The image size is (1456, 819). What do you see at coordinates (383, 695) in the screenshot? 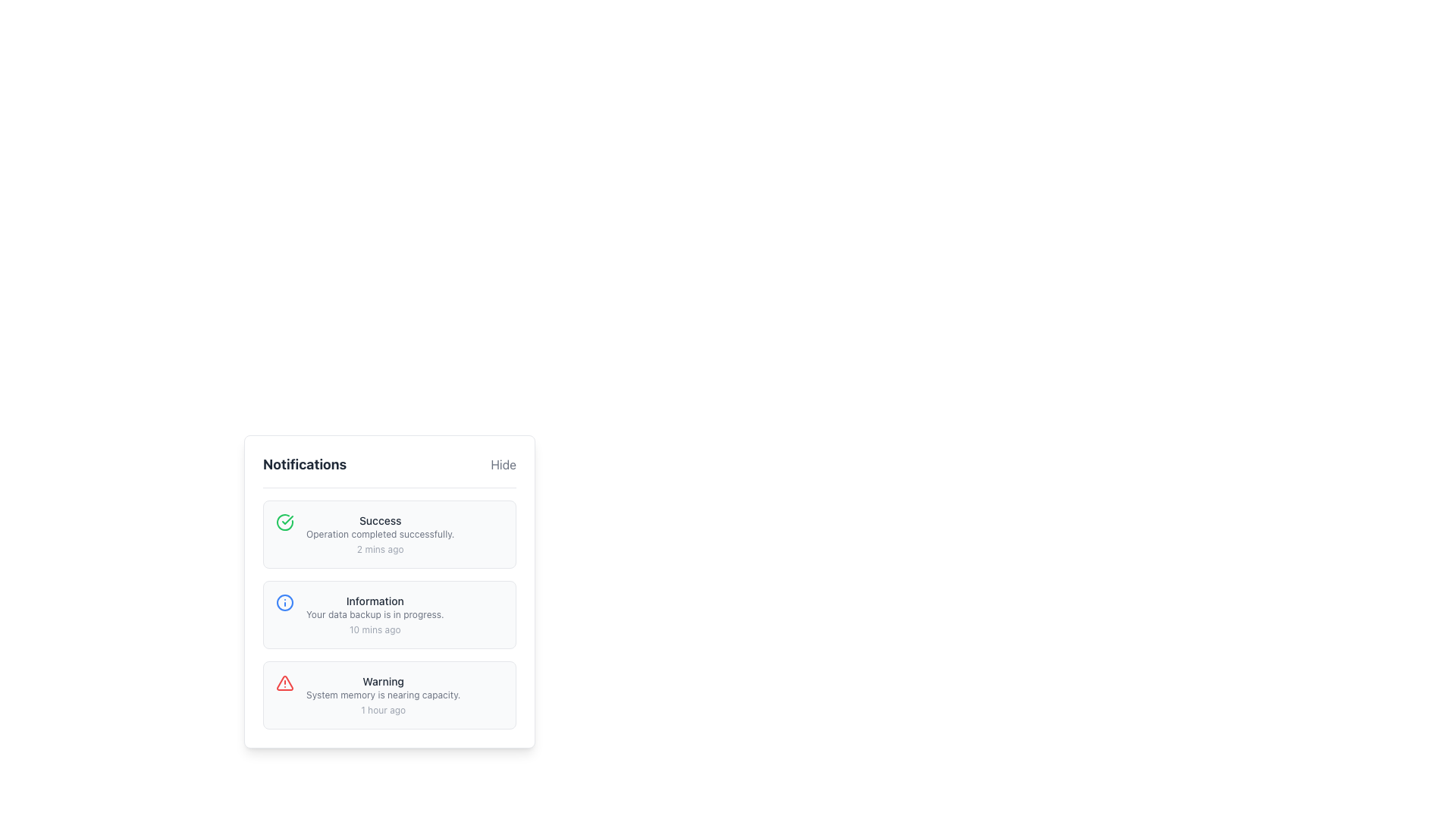
I see `additional details text label associated with the 'Warning' notification regarding system memory nearing capacity, located in the bottom-most notification card under the 'Warning' section` at bounding box center [383, 695].